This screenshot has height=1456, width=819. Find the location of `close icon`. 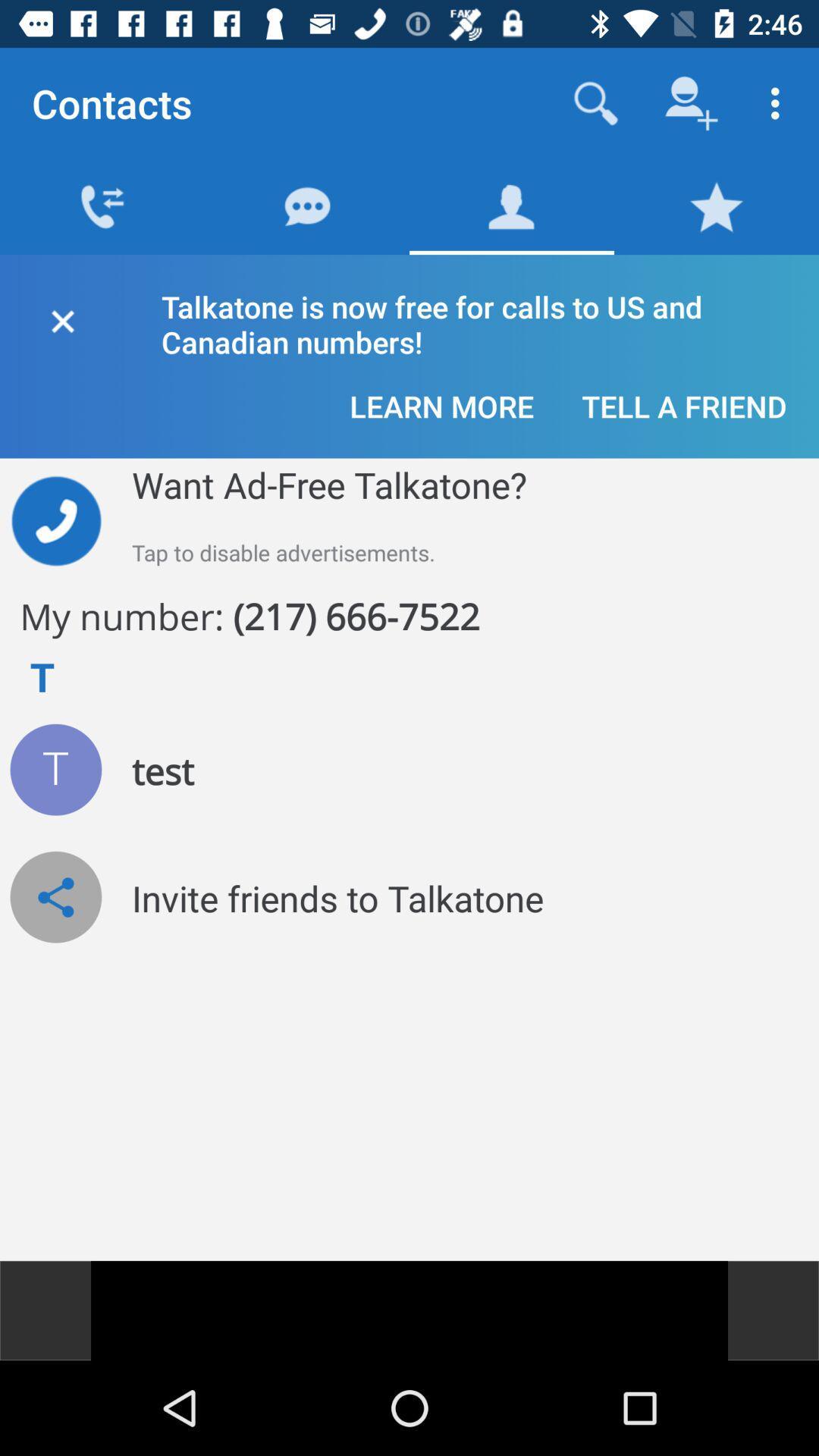

close icon is located at coordinates (61, 318).